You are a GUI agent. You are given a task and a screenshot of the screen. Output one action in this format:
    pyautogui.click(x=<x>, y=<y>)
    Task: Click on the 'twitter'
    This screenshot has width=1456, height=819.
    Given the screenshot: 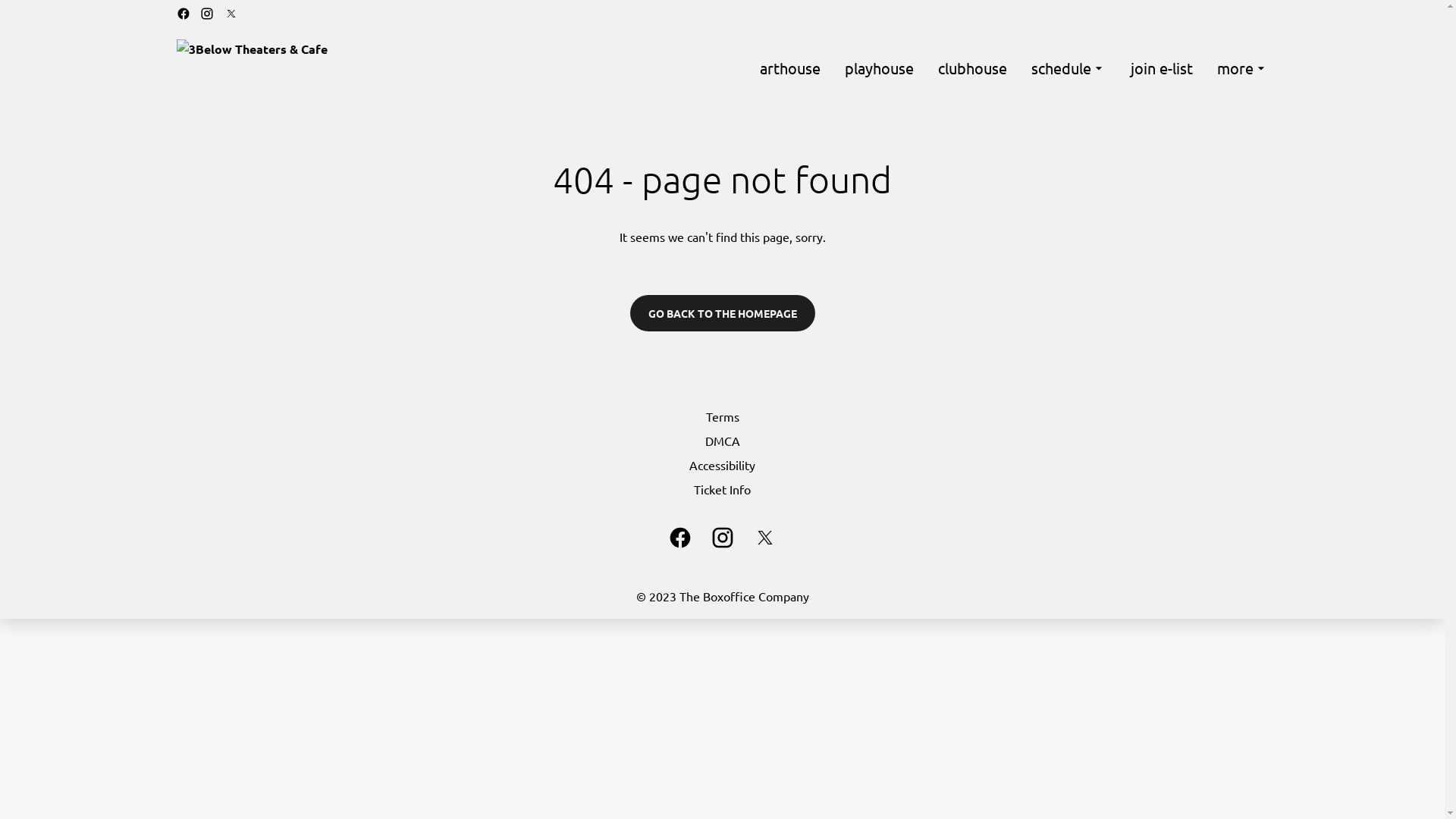 What is the action you would take?
    pyautogui.click(x=764, y=537)
    